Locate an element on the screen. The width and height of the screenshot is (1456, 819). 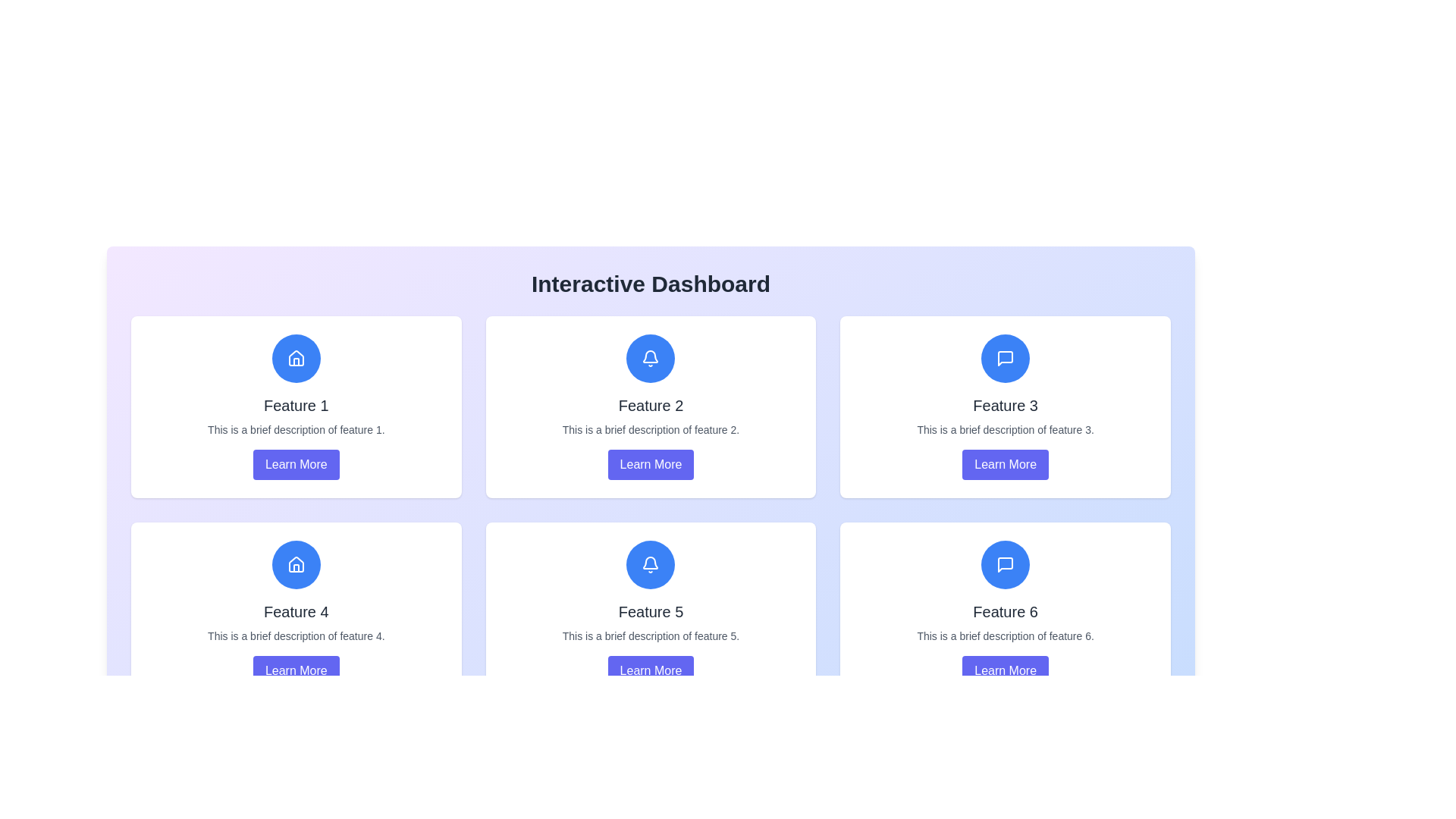
the bell-shaped graphic element within the SVG icon, which is slightly overlapping the base of the bell is located at coordinates (651, 356).